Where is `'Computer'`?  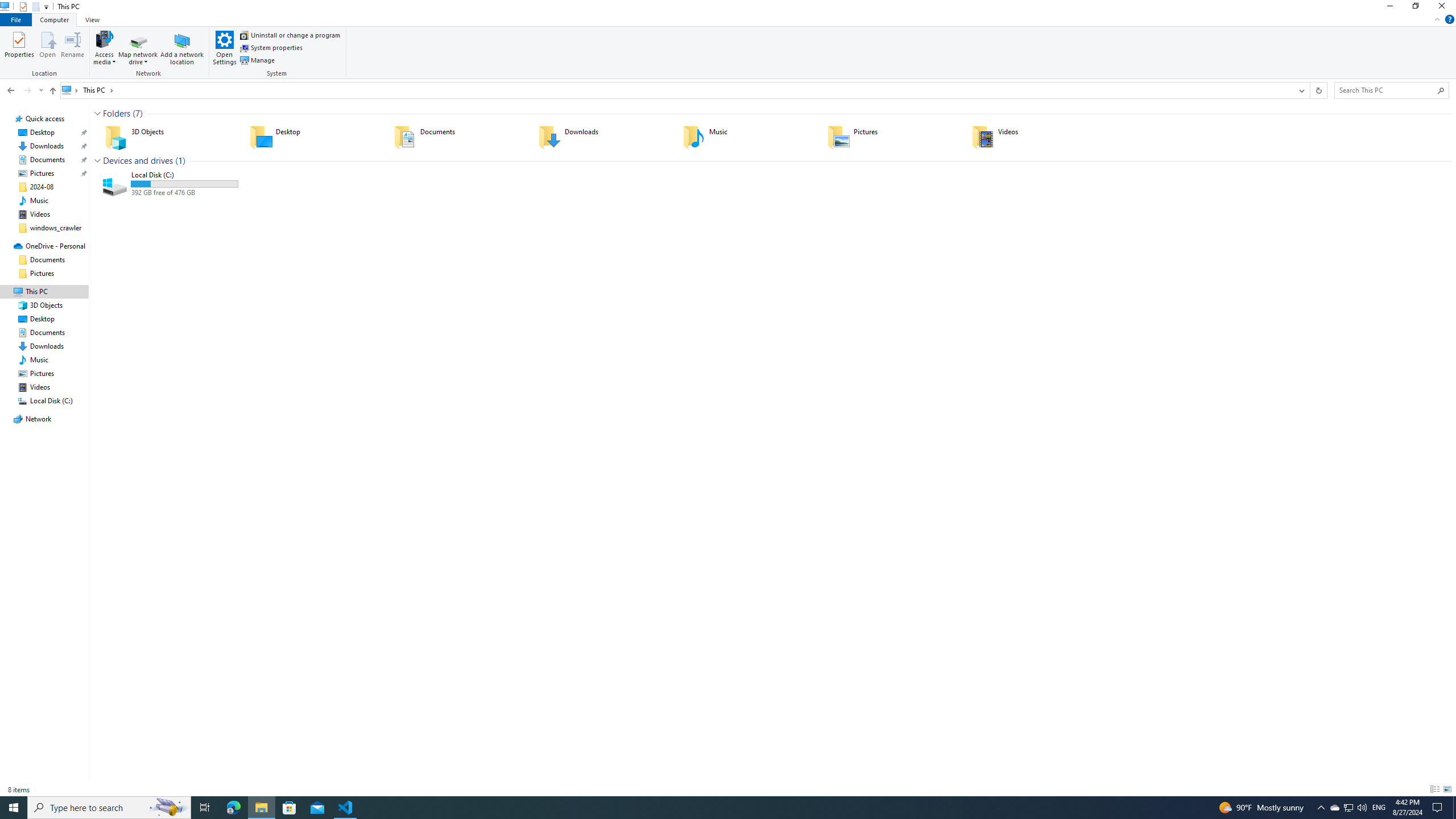 'Computer' is located at coordinates (54, 19).